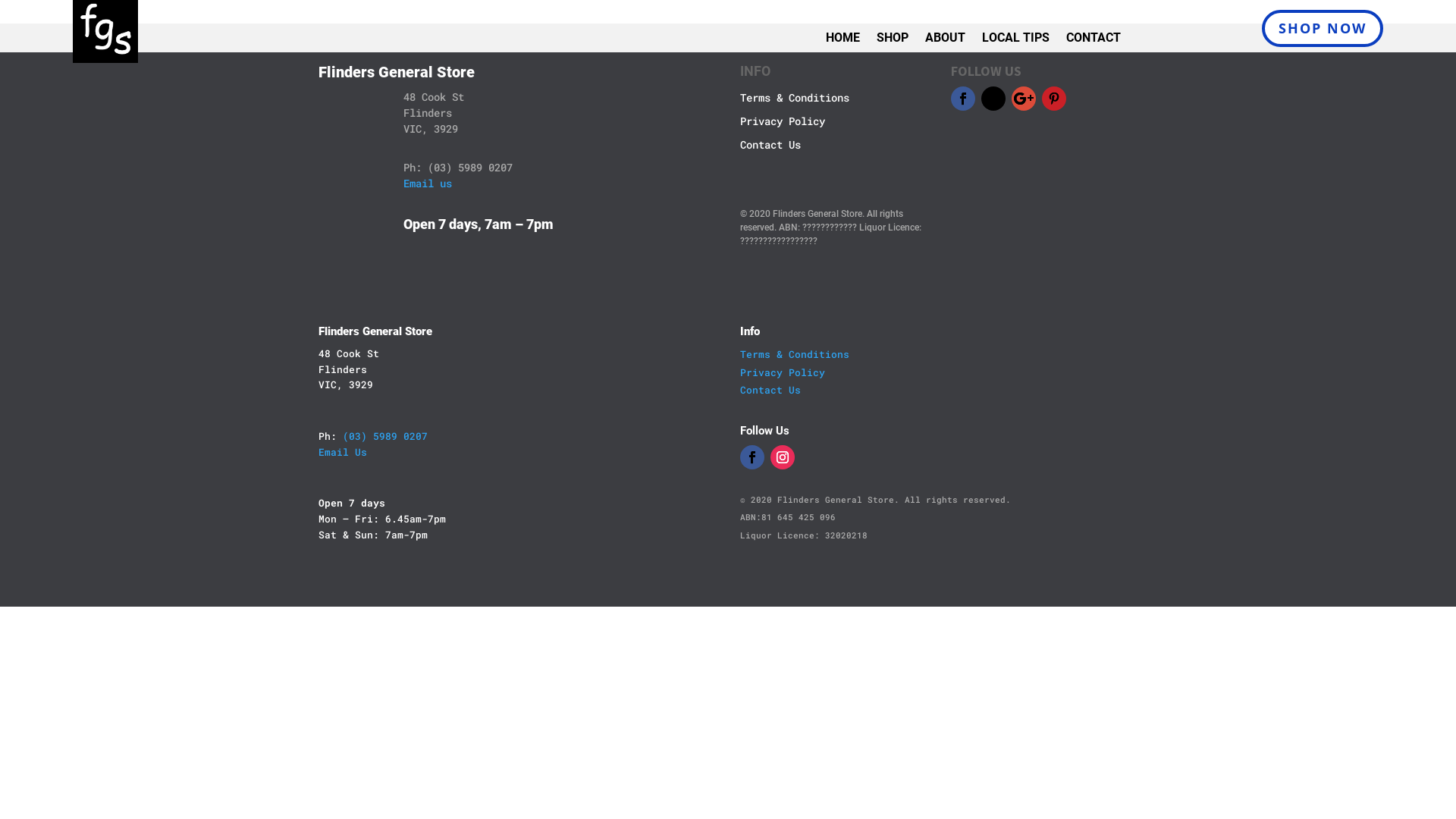 Image resolution: width=1456 pixels, height=819 pixels. Describe the element at coordinates (403, 182) in the screenshot. I see `'Email us'` at that location.